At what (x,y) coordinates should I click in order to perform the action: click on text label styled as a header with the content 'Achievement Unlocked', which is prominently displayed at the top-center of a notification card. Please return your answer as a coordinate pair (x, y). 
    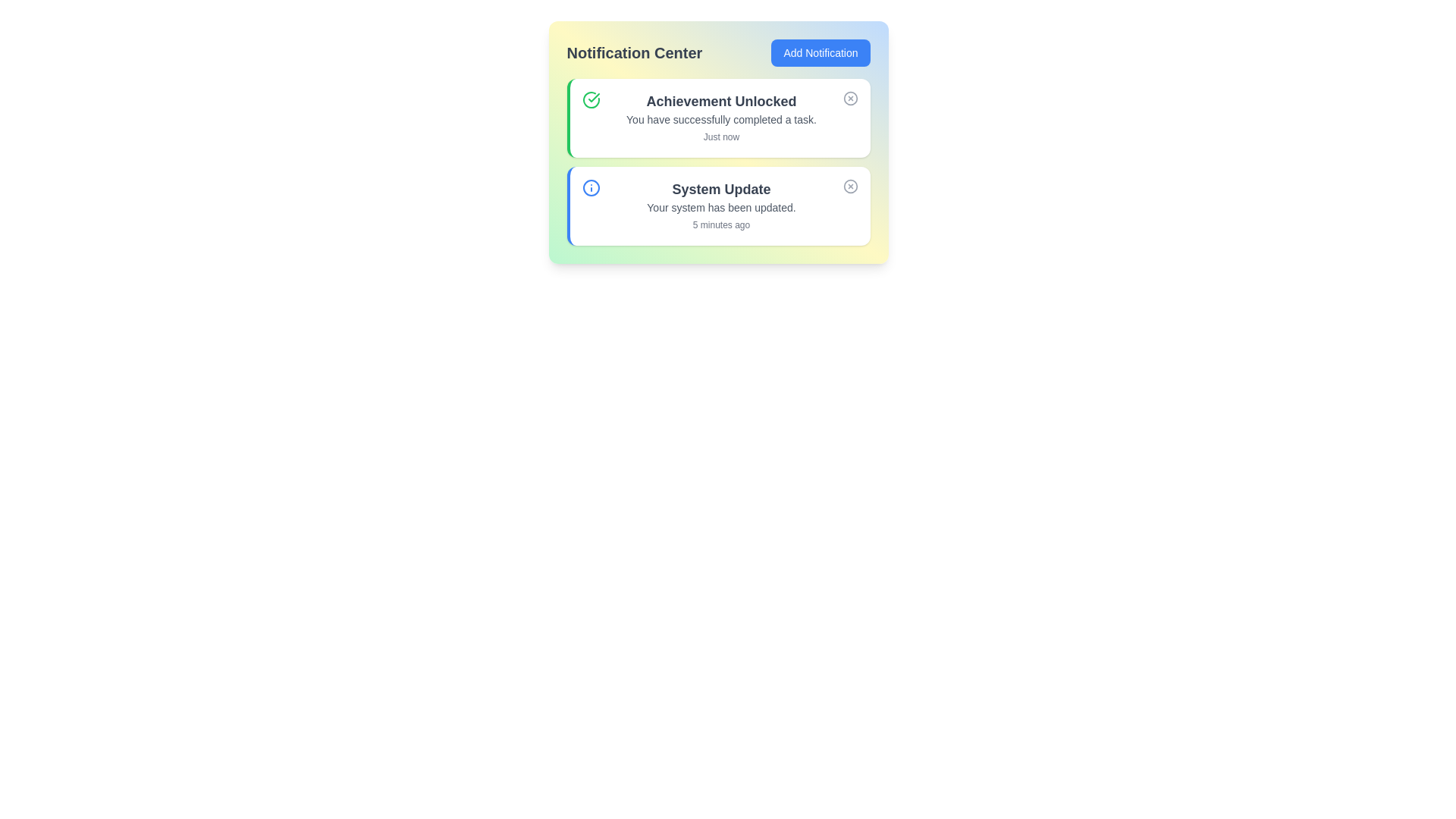
    Looking at the image, I should click on (720, 102).